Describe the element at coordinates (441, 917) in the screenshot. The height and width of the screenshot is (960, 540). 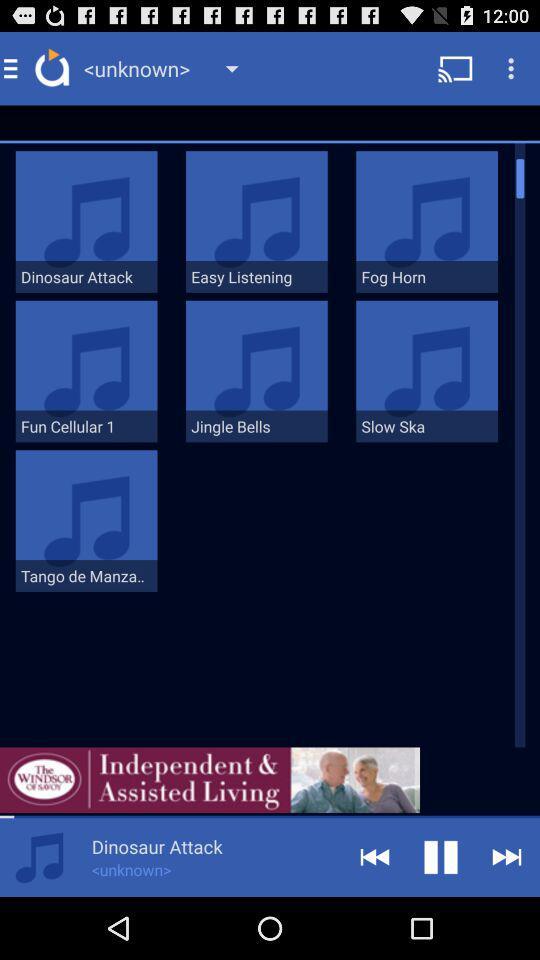
I see `the pause icon` at that location.